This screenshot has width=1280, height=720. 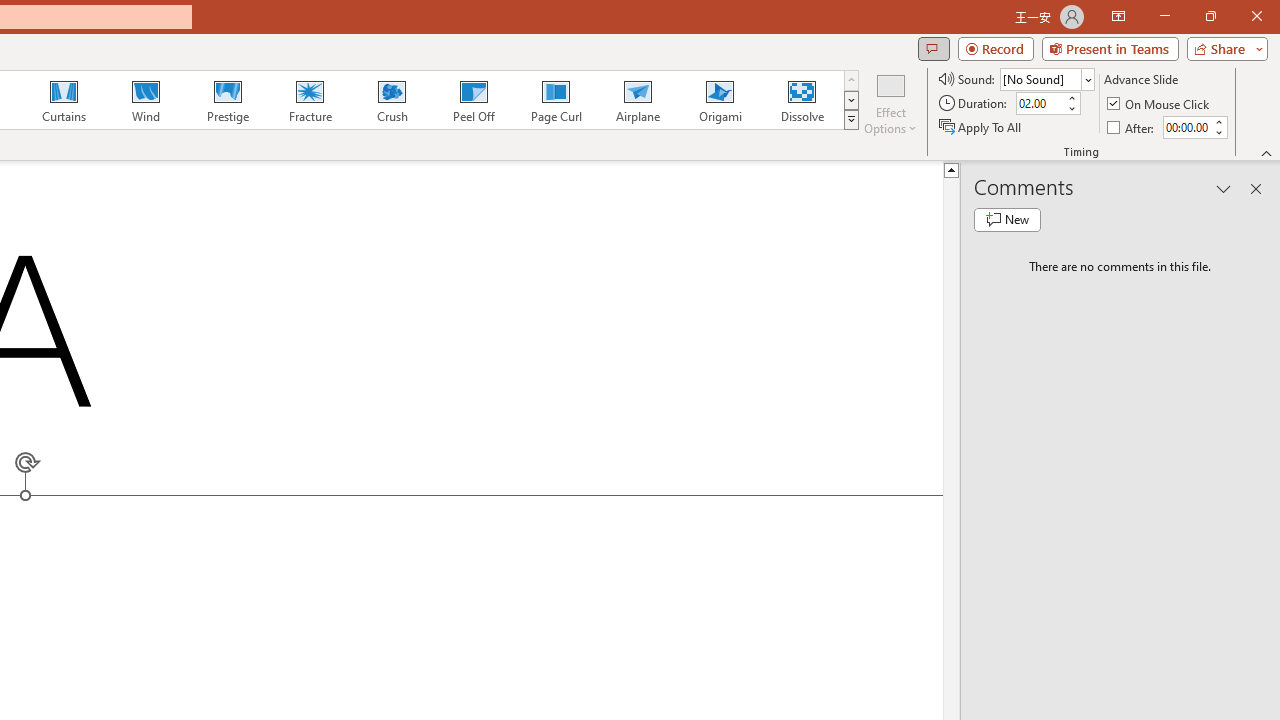 I want to click on 'Page Curl', so click(x=555, y=100).